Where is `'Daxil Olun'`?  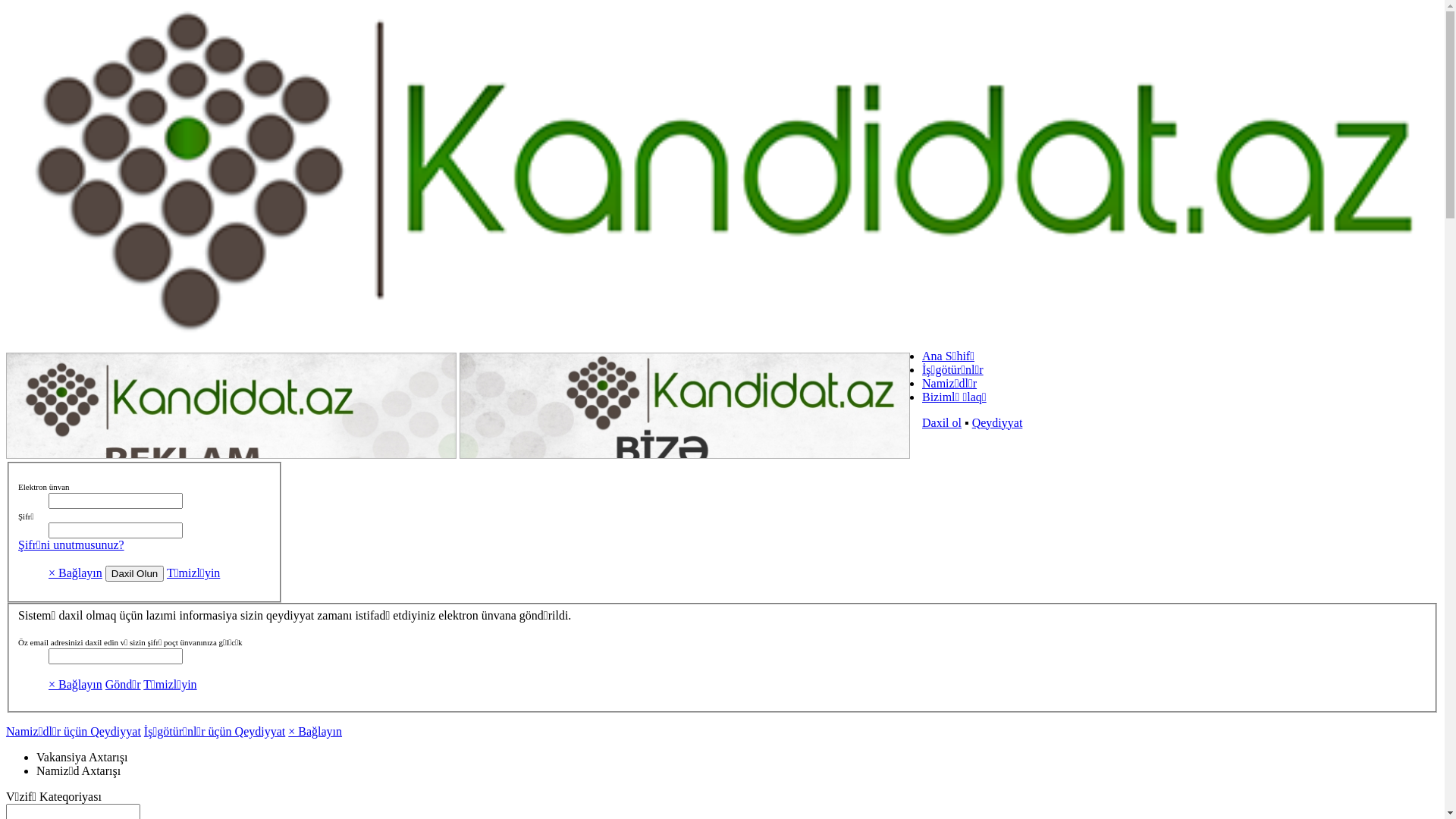
'Daxil Olun' is located at coordinates (134, 573).